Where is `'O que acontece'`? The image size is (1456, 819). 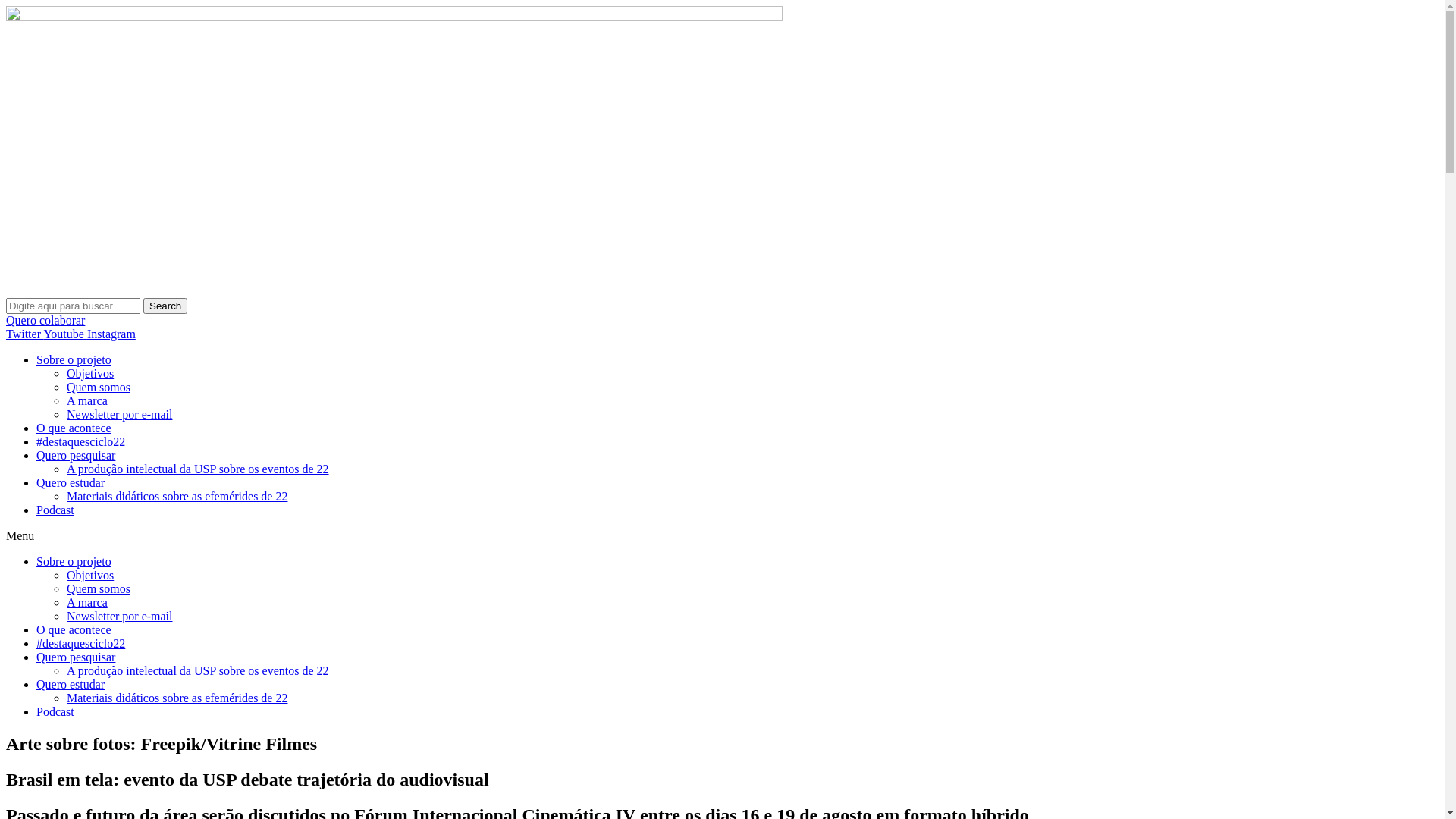
'O que acontece' is located at coordinates (73, 428).